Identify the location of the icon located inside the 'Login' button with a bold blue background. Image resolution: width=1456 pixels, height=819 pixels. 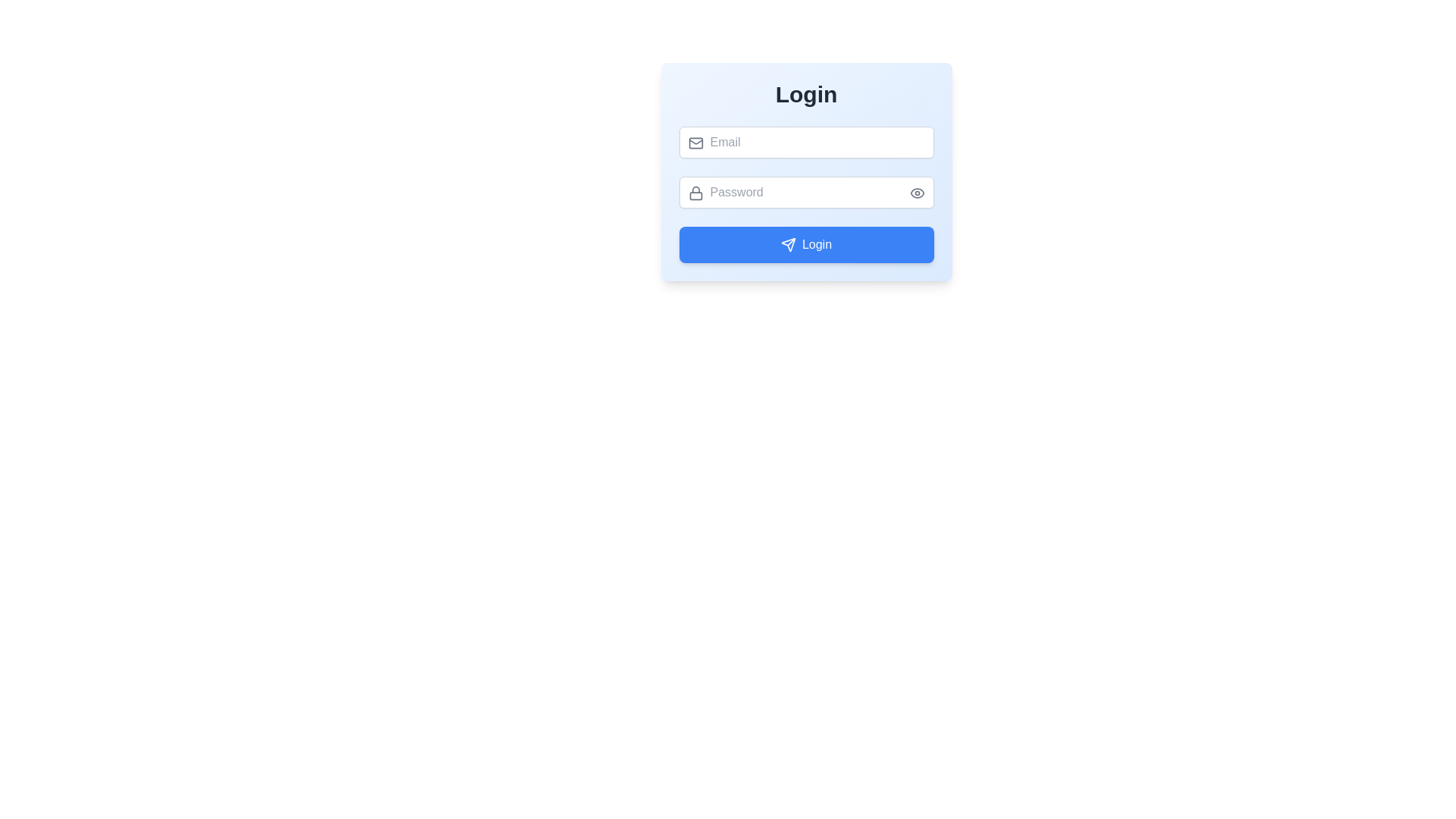
(788, 244).